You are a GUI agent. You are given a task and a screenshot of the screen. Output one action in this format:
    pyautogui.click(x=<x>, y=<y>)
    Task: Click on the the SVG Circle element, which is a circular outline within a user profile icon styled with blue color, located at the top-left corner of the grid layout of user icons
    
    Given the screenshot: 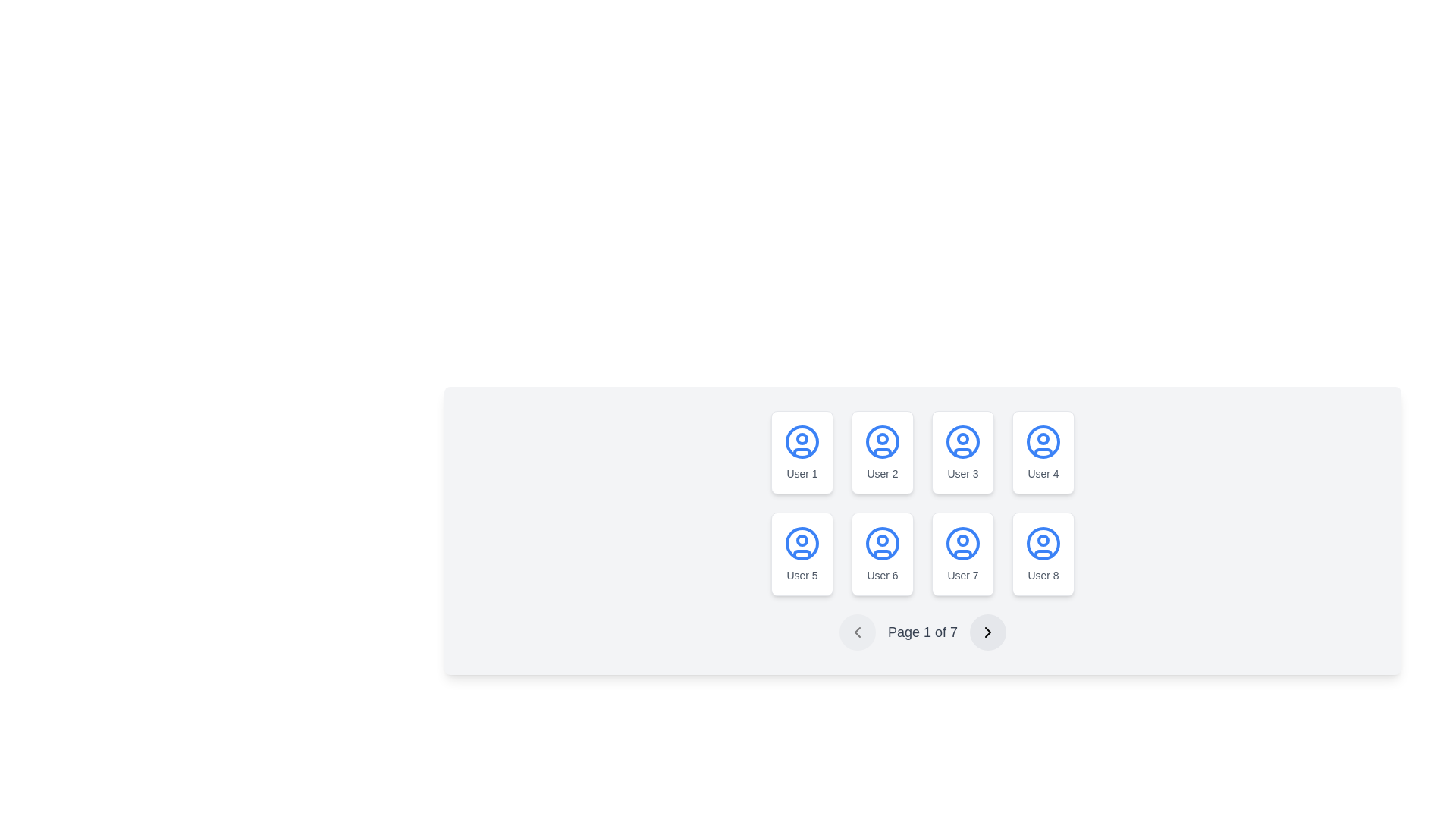 What is the action you would take?
    pyautogui.click(x=801, y=441)
    